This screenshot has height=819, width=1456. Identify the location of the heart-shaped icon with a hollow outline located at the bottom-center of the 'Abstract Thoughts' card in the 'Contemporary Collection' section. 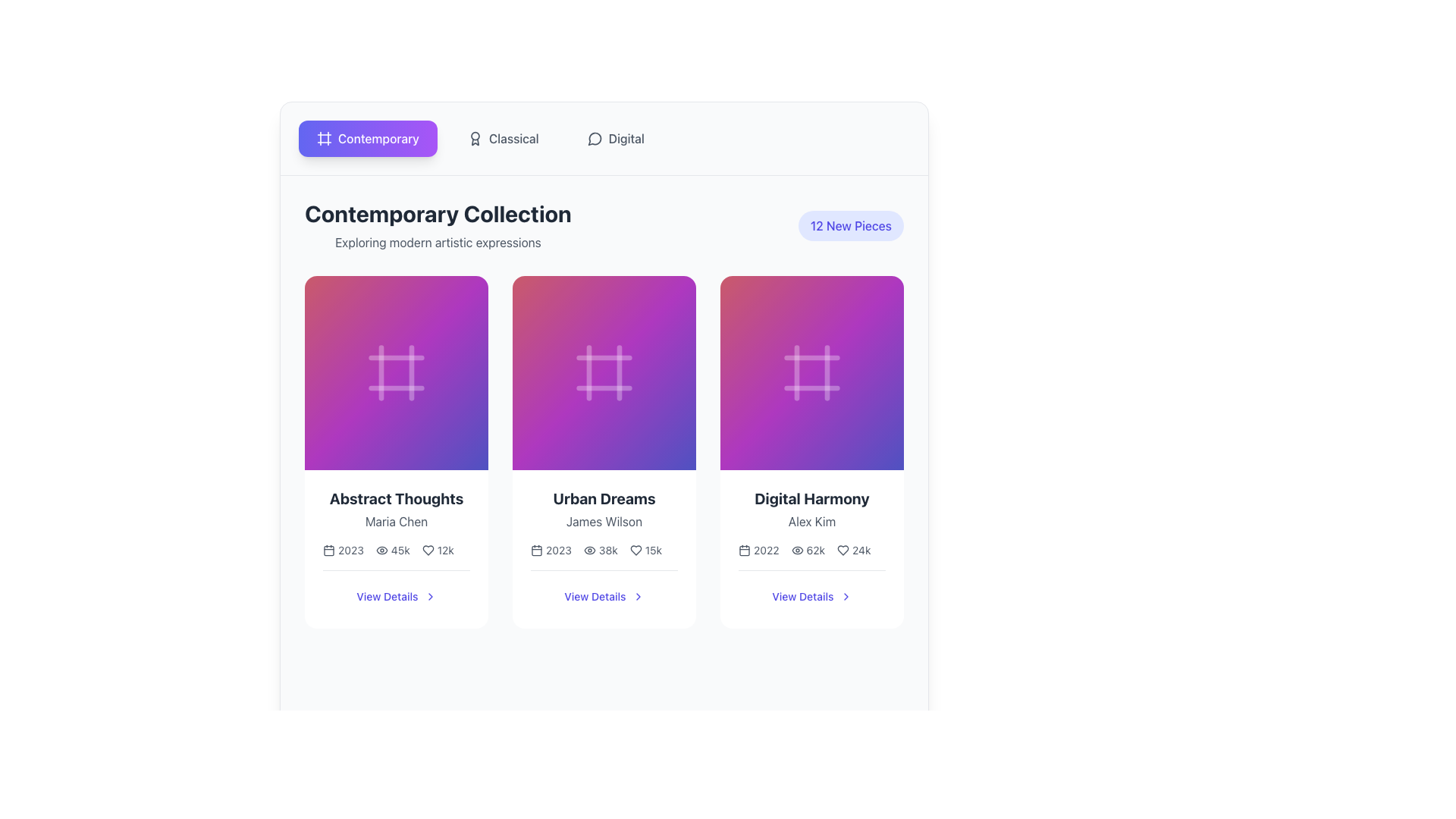
(427, 550).